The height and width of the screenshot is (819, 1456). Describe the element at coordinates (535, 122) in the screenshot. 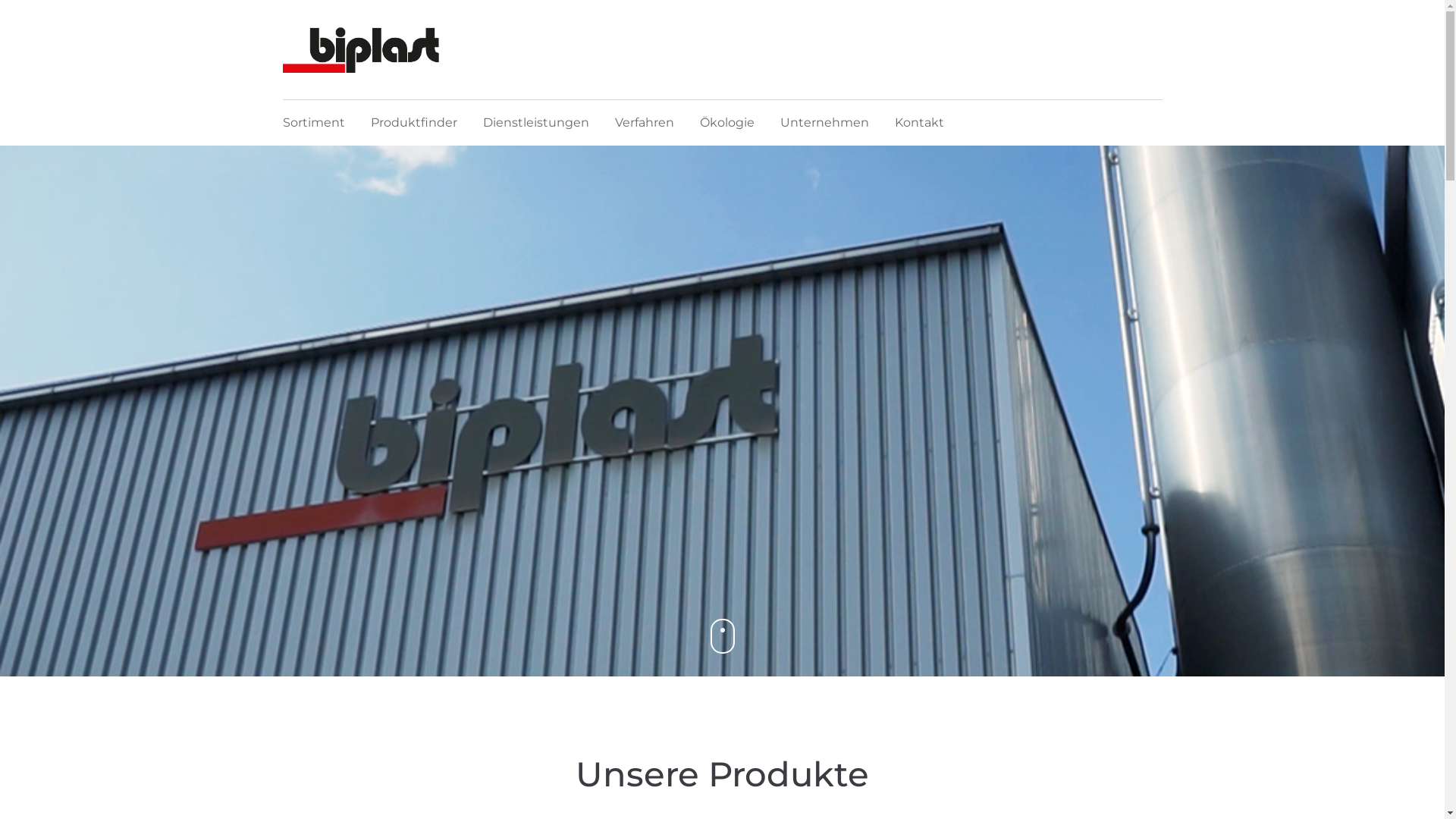

I see `'Dienstleistungen'` at that location.